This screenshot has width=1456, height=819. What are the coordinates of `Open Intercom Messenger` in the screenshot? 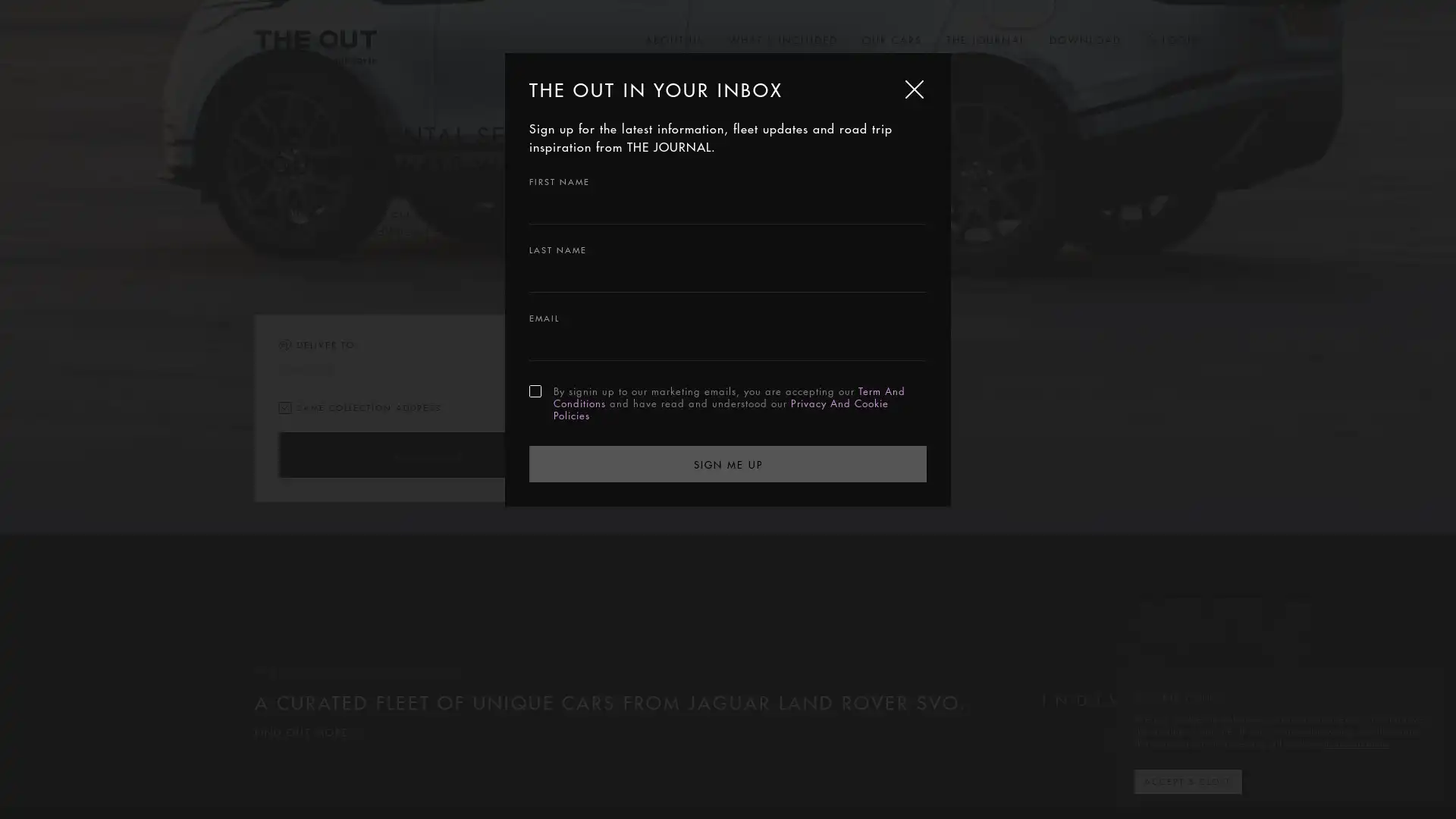 It's located at (1417, 780).